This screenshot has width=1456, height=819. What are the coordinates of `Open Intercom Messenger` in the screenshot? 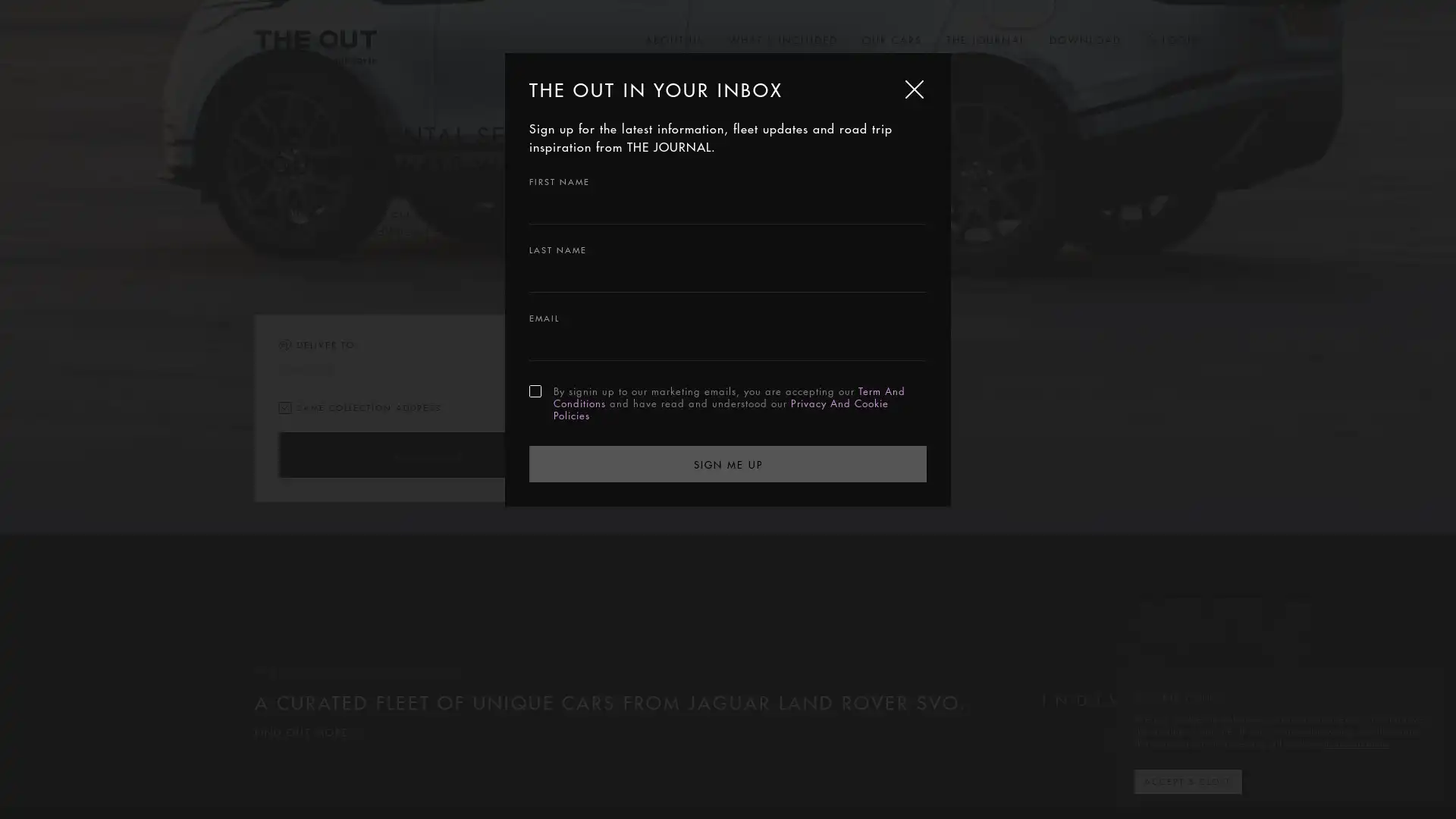 It's located at (1417, 780).